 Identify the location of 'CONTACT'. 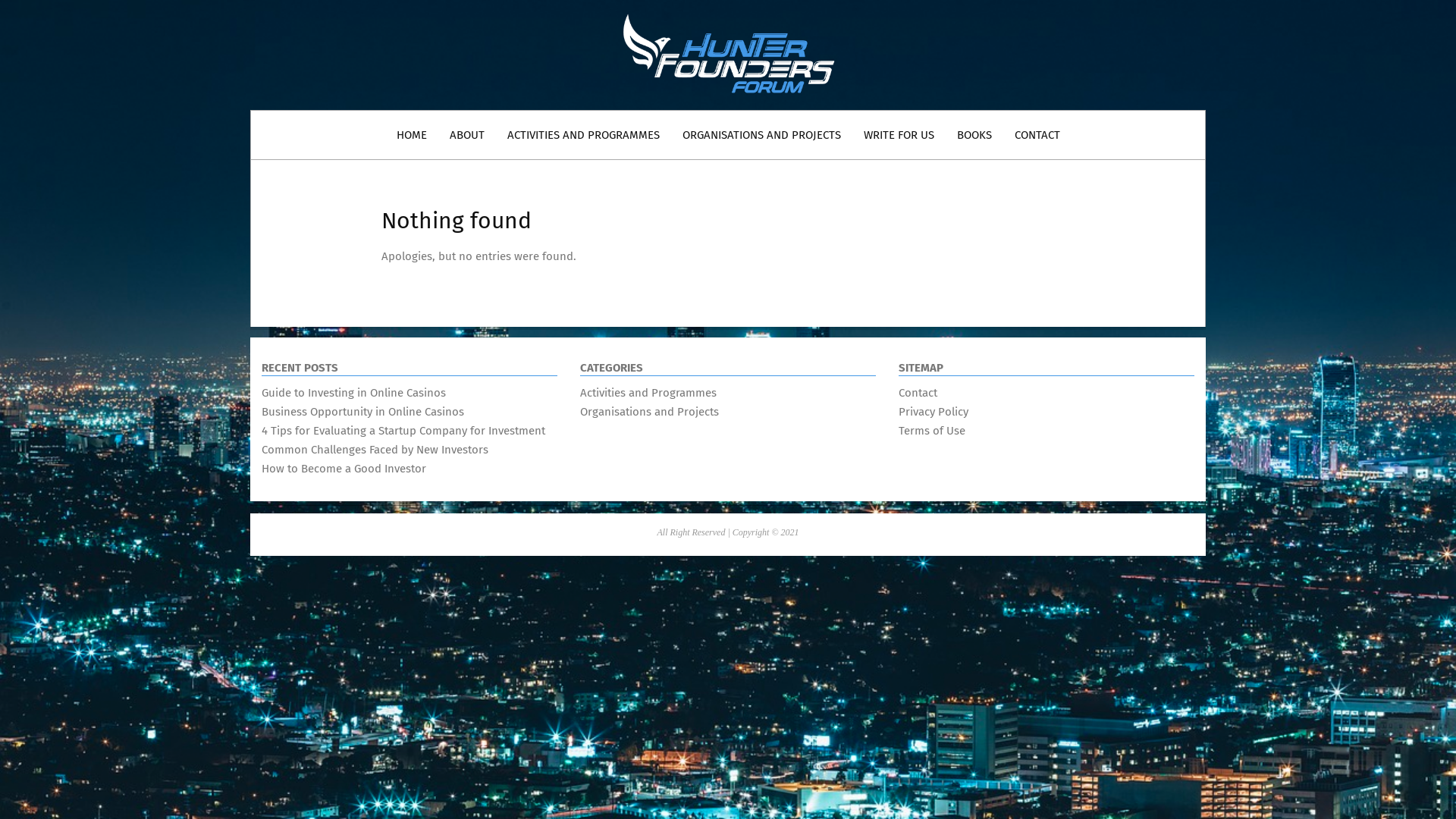
(1036, 133).